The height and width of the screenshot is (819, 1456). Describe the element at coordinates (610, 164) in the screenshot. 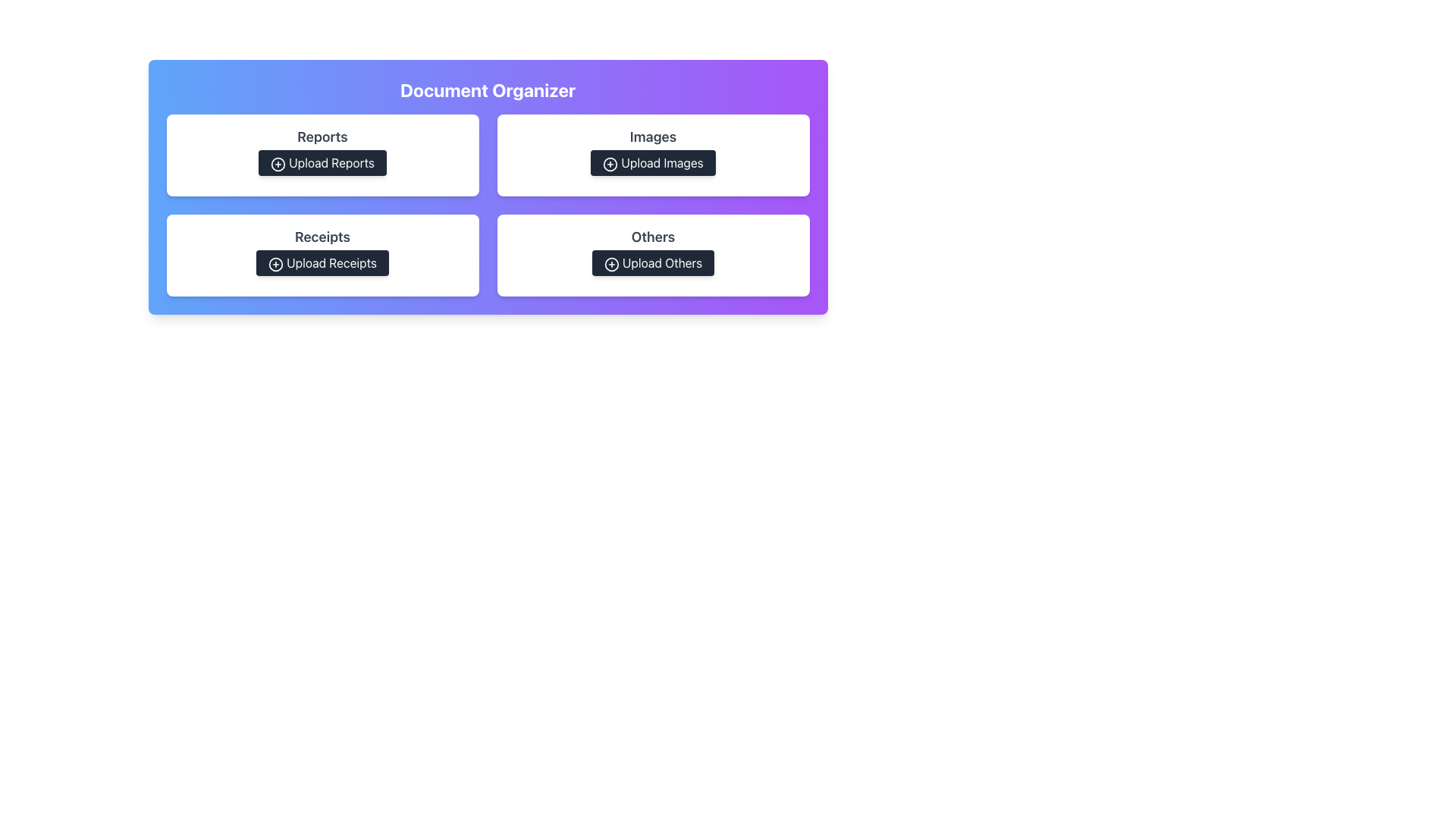

I see `the SVG Circle element that is part of the 'Upload Images' button, which is located in the upper-right quadrant of a 2x2 grid layout` at that location.